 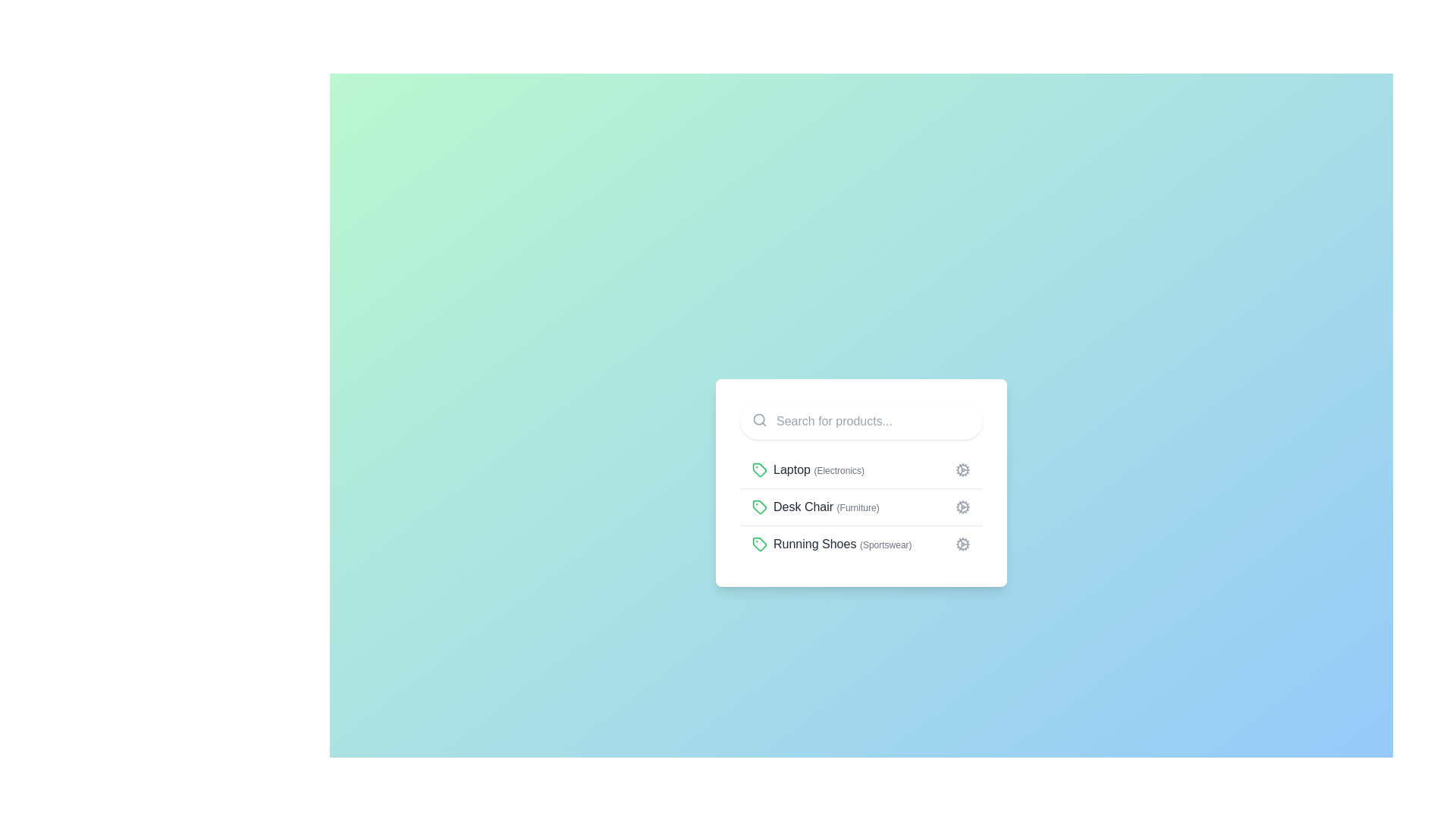 What do you see at coordinates (825, 507) in the screenshot?
I see `the 'Desk Chair' text label` at bounding box center [825, 507].